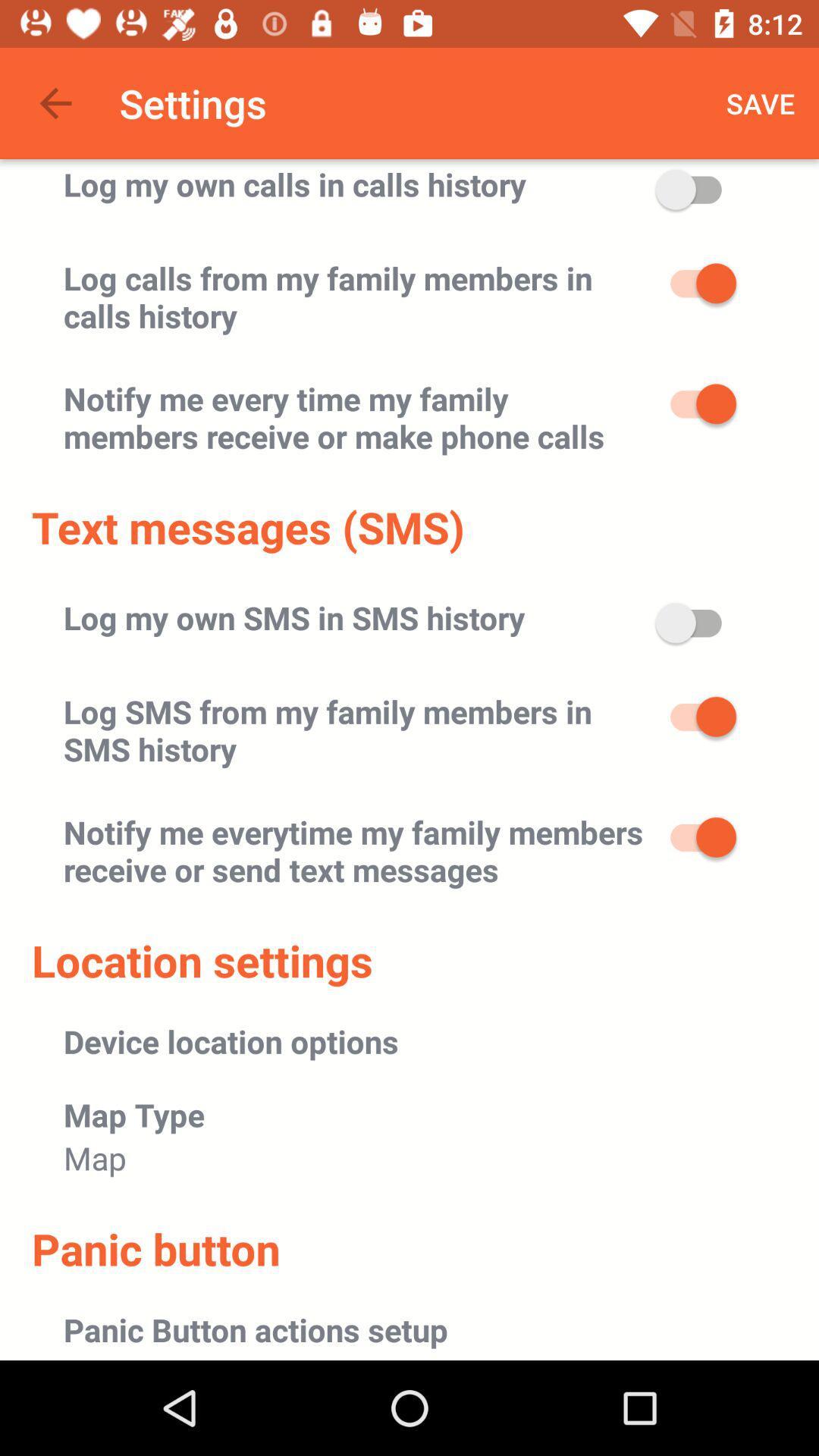 The width and height of the screenshot is (819, 1456). I want to click on the item above the log my own icon, so click(55, 102).